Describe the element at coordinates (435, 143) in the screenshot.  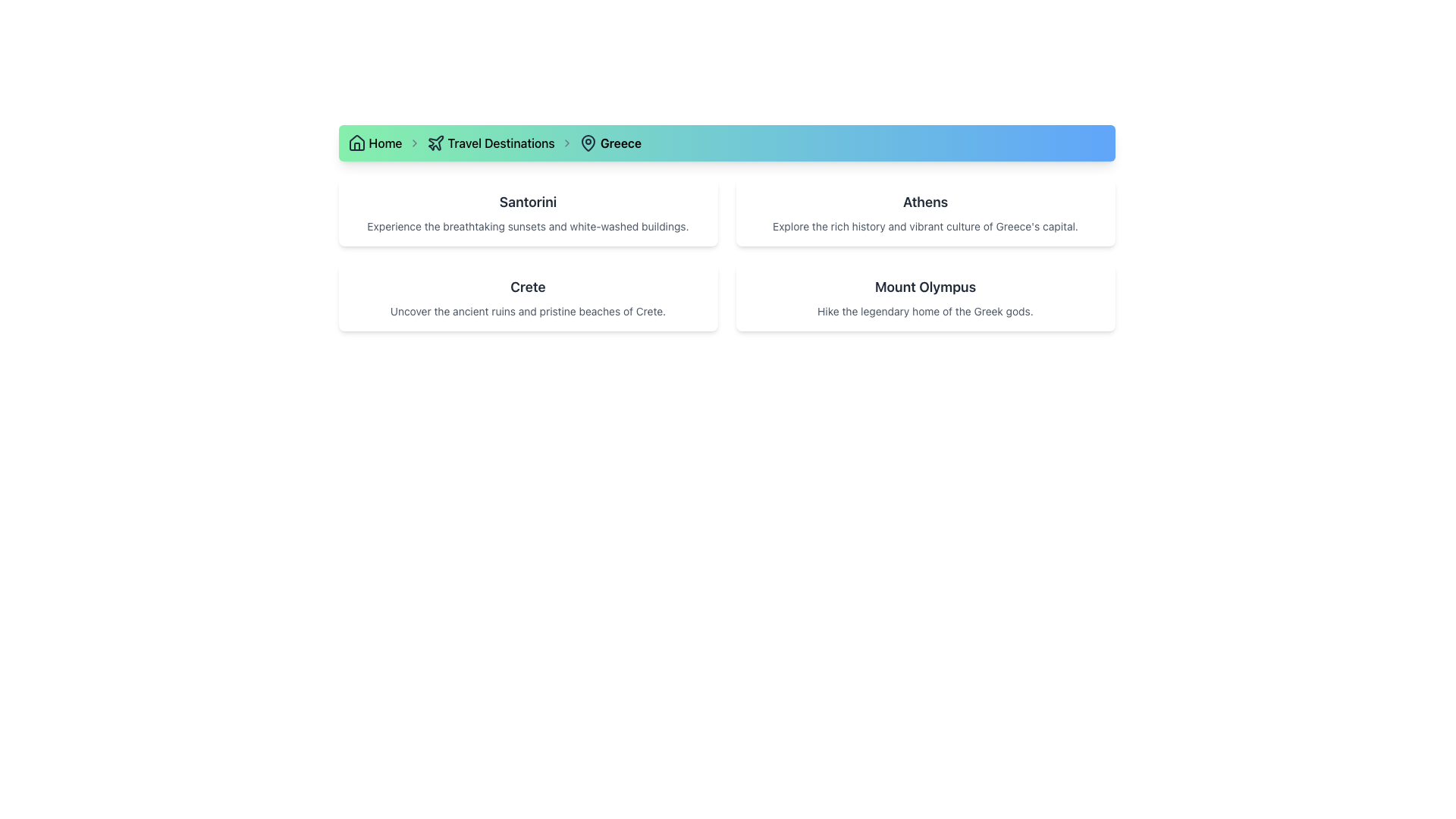
I see `the 'Travel Destinations' icon in the breadcrumb navigation bar` at that location.